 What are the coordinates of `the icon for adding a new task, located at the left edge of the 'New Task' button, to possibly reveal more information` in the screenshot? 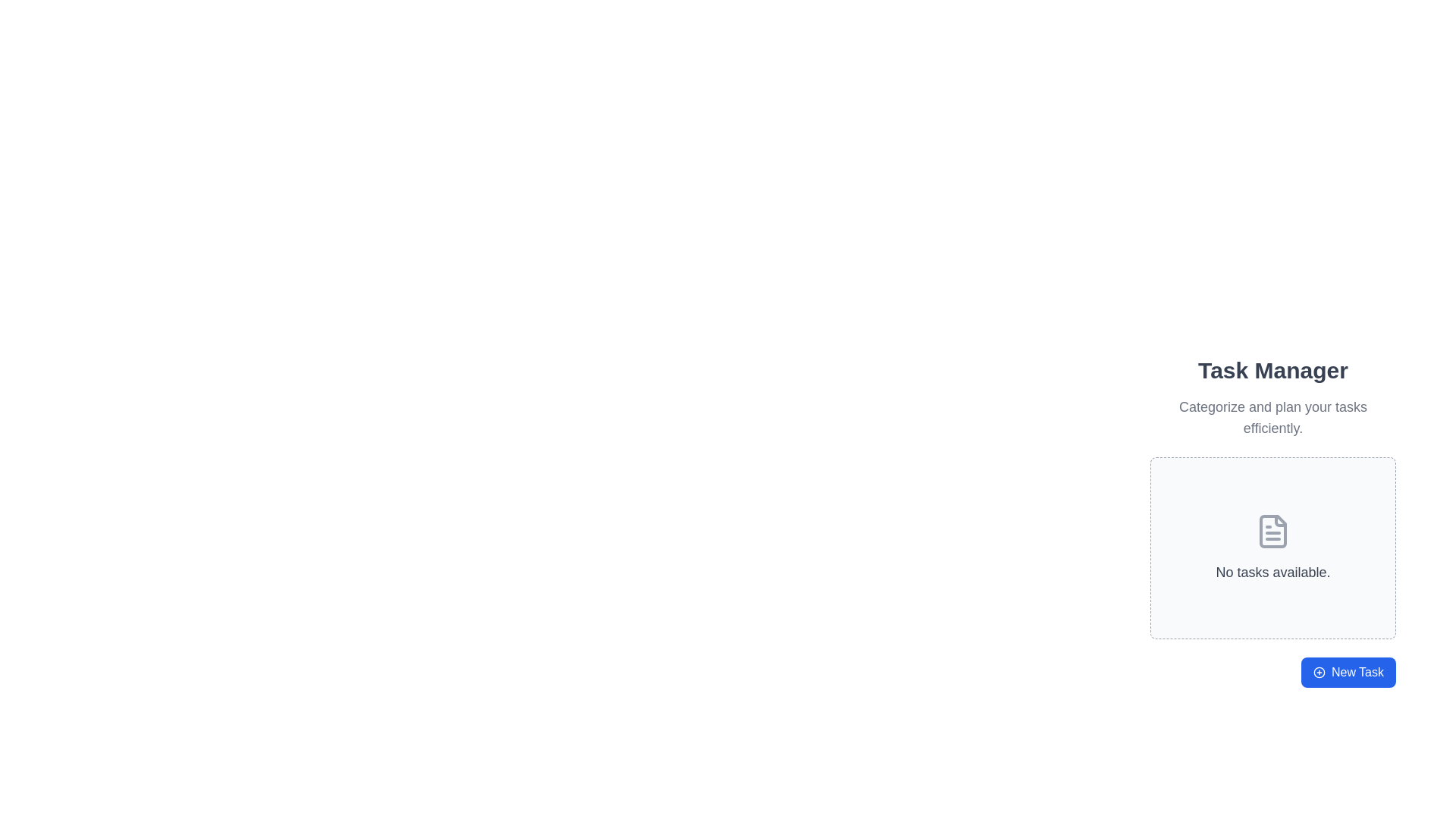 It's located at (1318, 672).